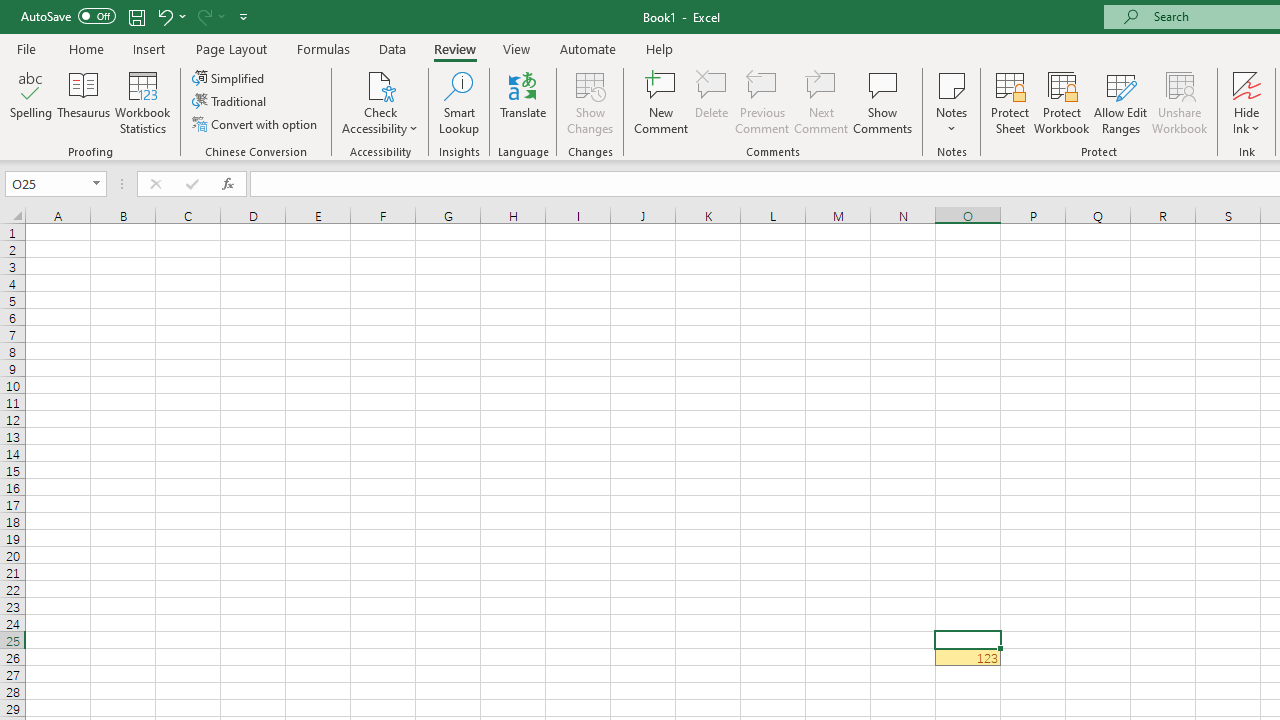 This screenshot has height=720, width=1280. I want to click on 'New Comment', so click(661, 103).